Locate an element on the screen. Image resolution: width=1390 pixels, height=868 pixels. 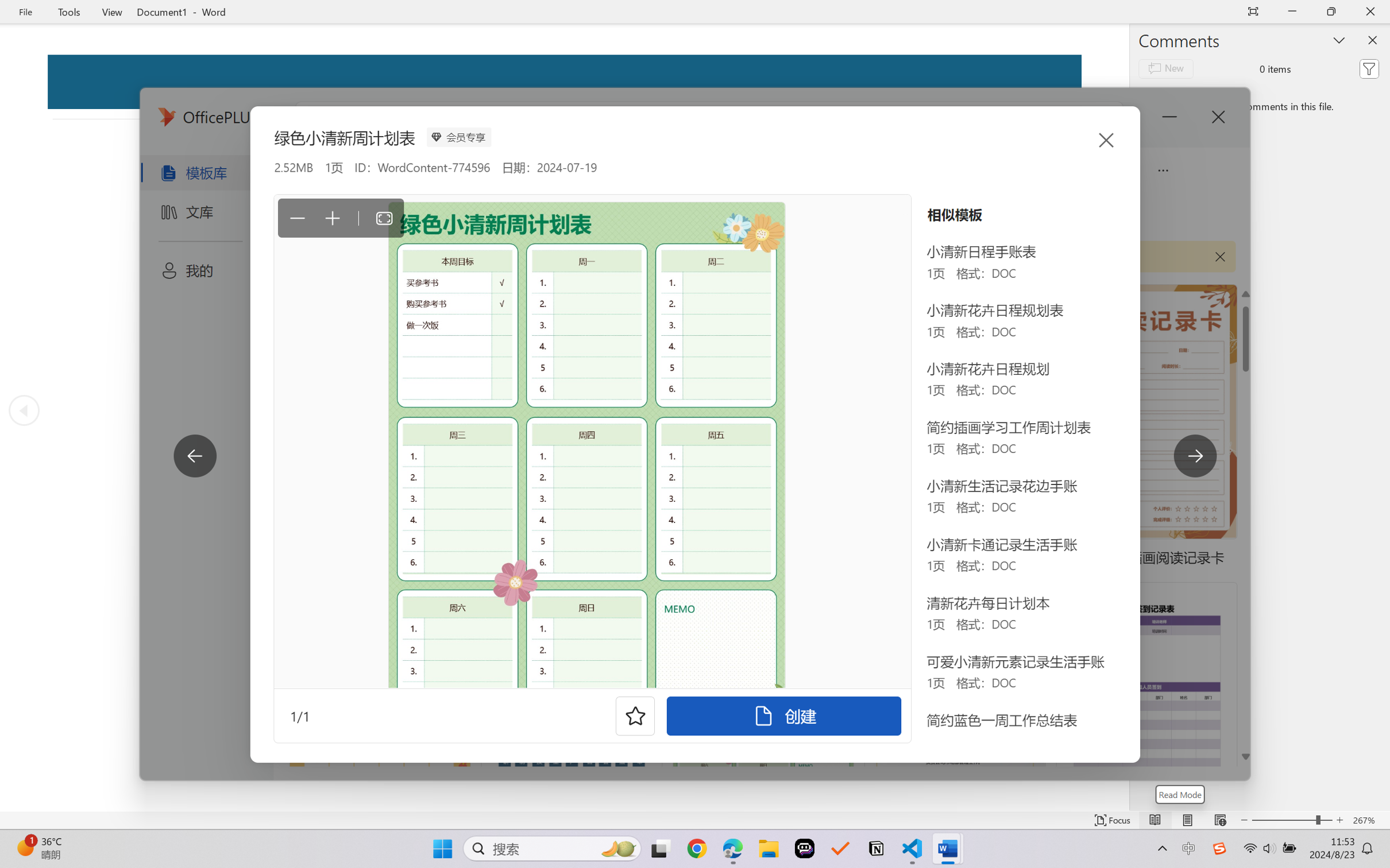
'New comment' is located at coordinates (1165, 69).